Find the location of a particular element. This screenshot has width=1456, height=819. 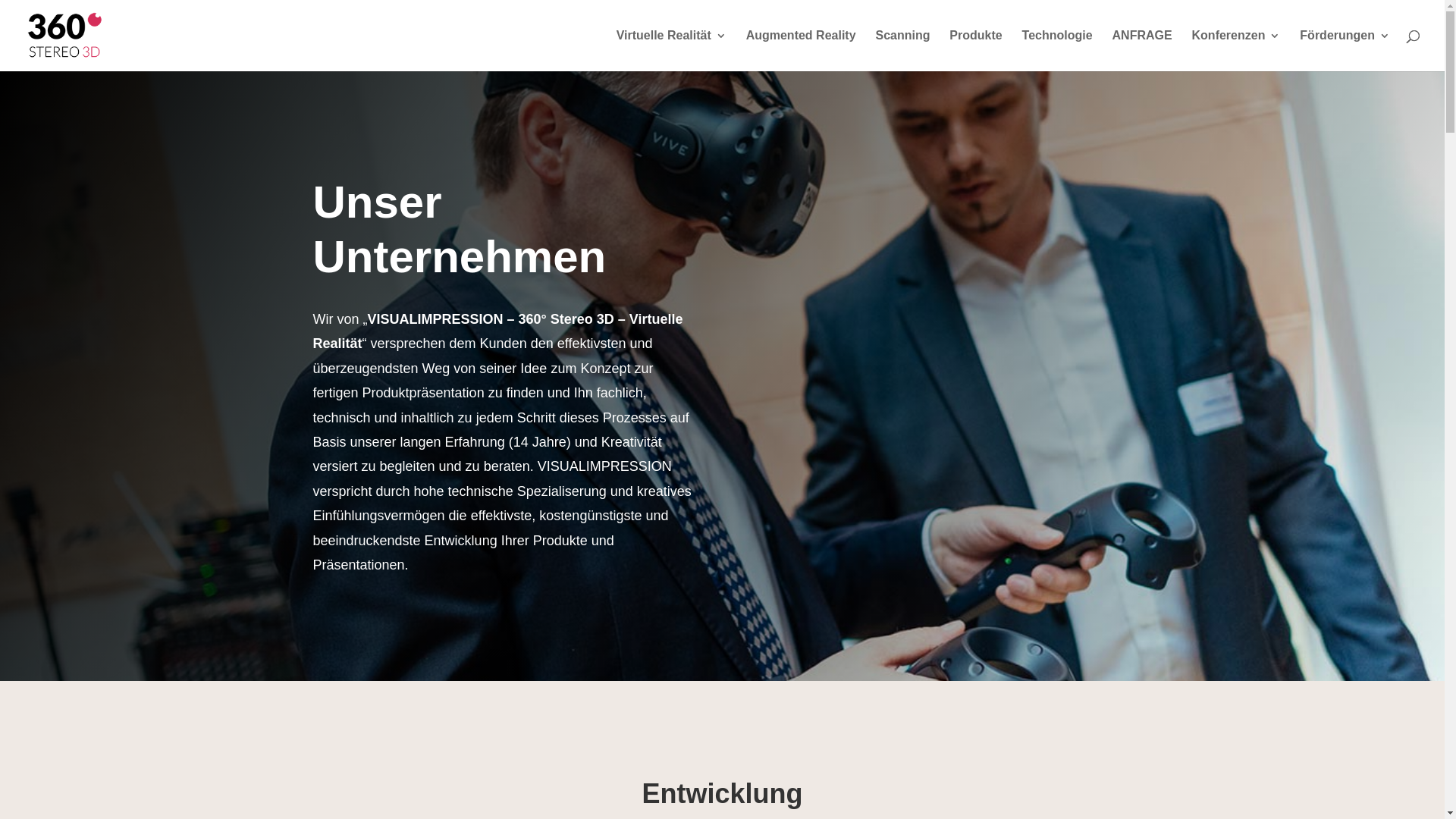

'ANFRAGE' is located at coordinates (1142, 49).